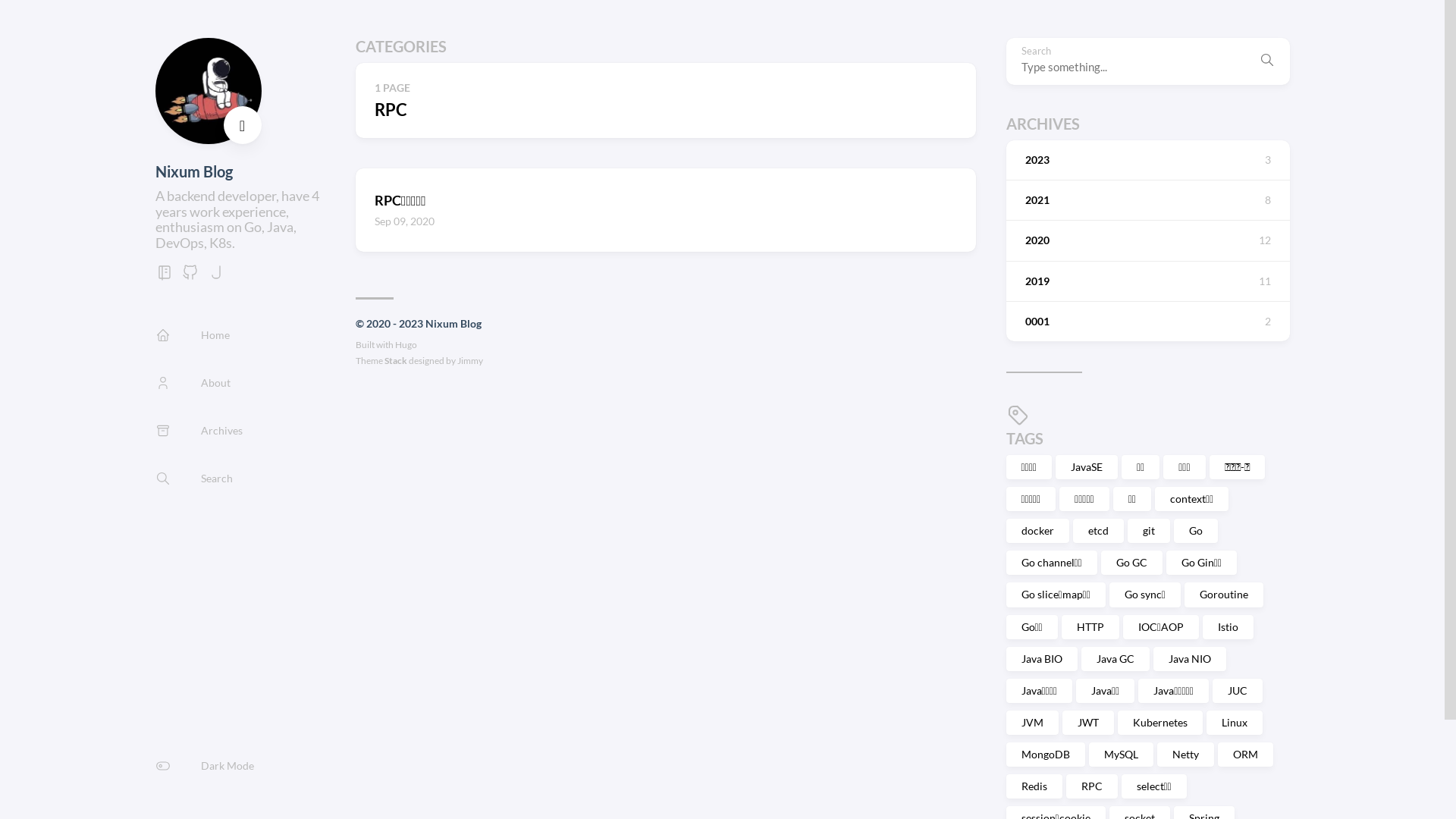 Image resolution: width=1456 pixels, height=819 pixels. Describe the element at coordinates (191, 334) in the screenshot. I see `'Home'` at that location.